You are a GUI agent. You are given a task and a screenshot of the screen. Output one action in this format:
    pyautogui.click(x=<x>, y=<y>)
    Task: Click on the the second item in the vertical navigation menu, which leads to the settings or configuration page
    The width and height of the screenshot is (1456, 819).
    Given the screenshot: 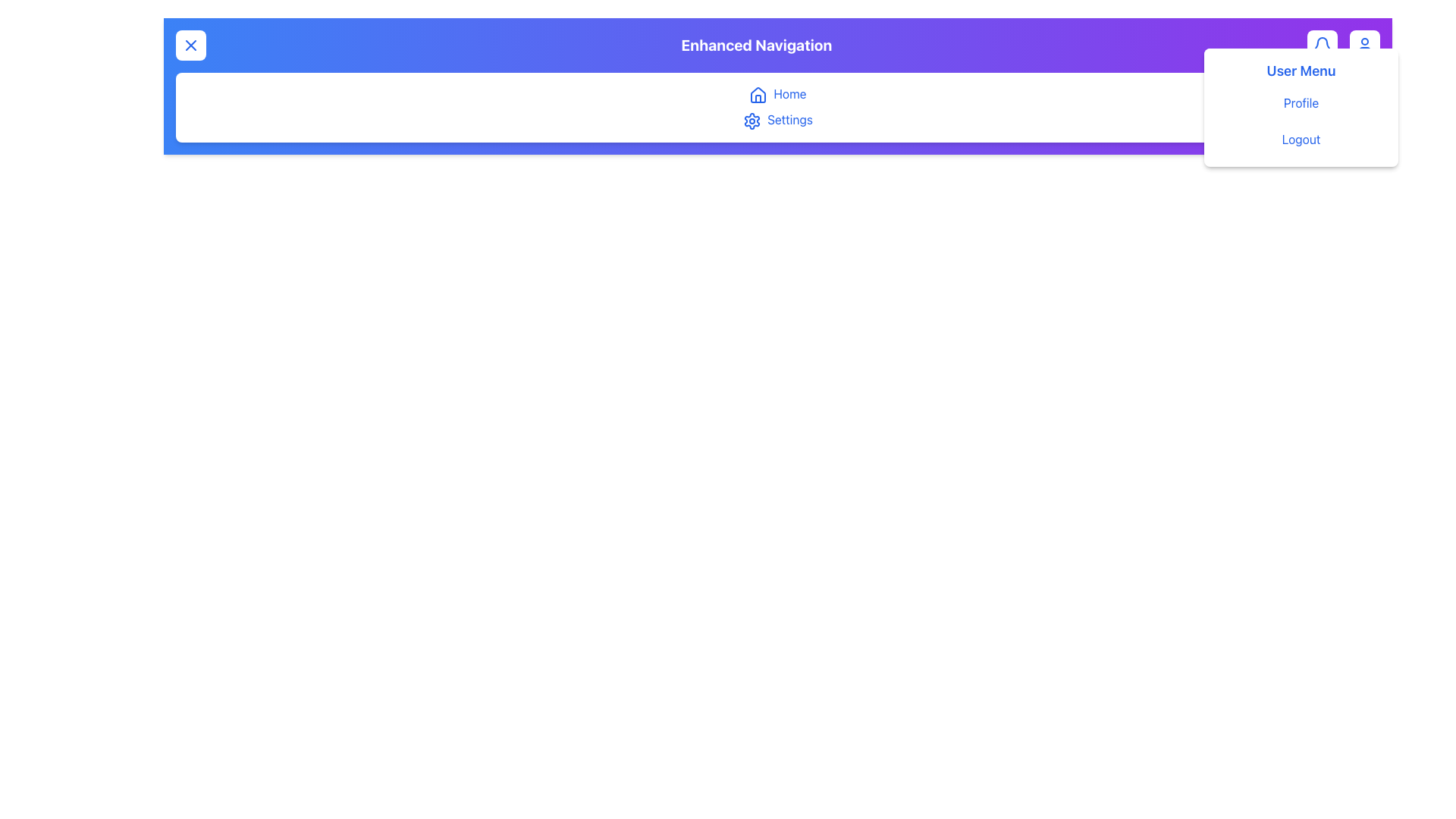 What is the action you would take?
    pyautogui.click(x=778, y=119)
    